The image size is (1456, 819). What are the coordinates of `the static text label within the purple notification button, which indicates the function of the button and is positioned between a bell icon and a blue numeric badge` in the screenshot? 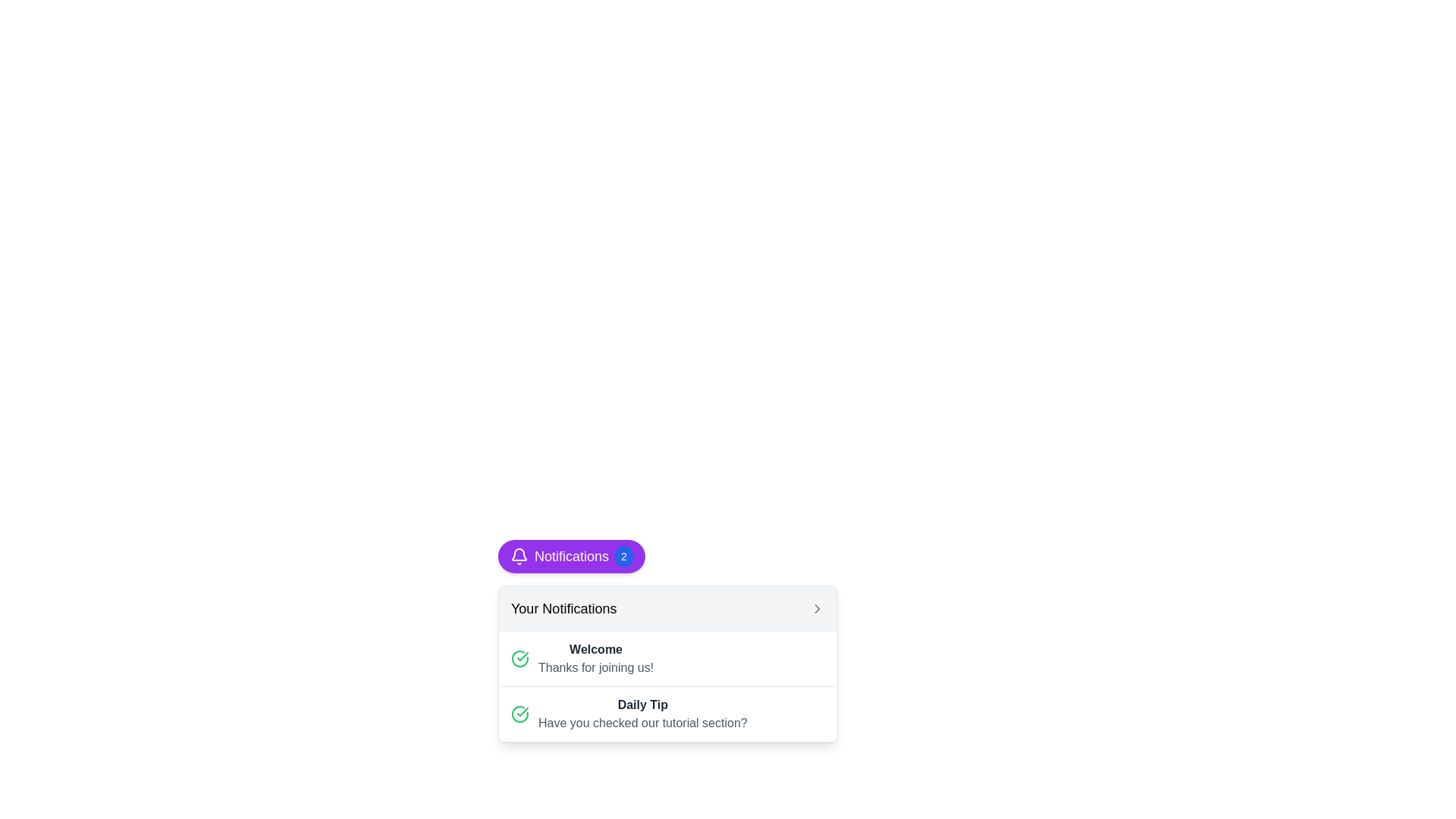 It's located at (570, 556).